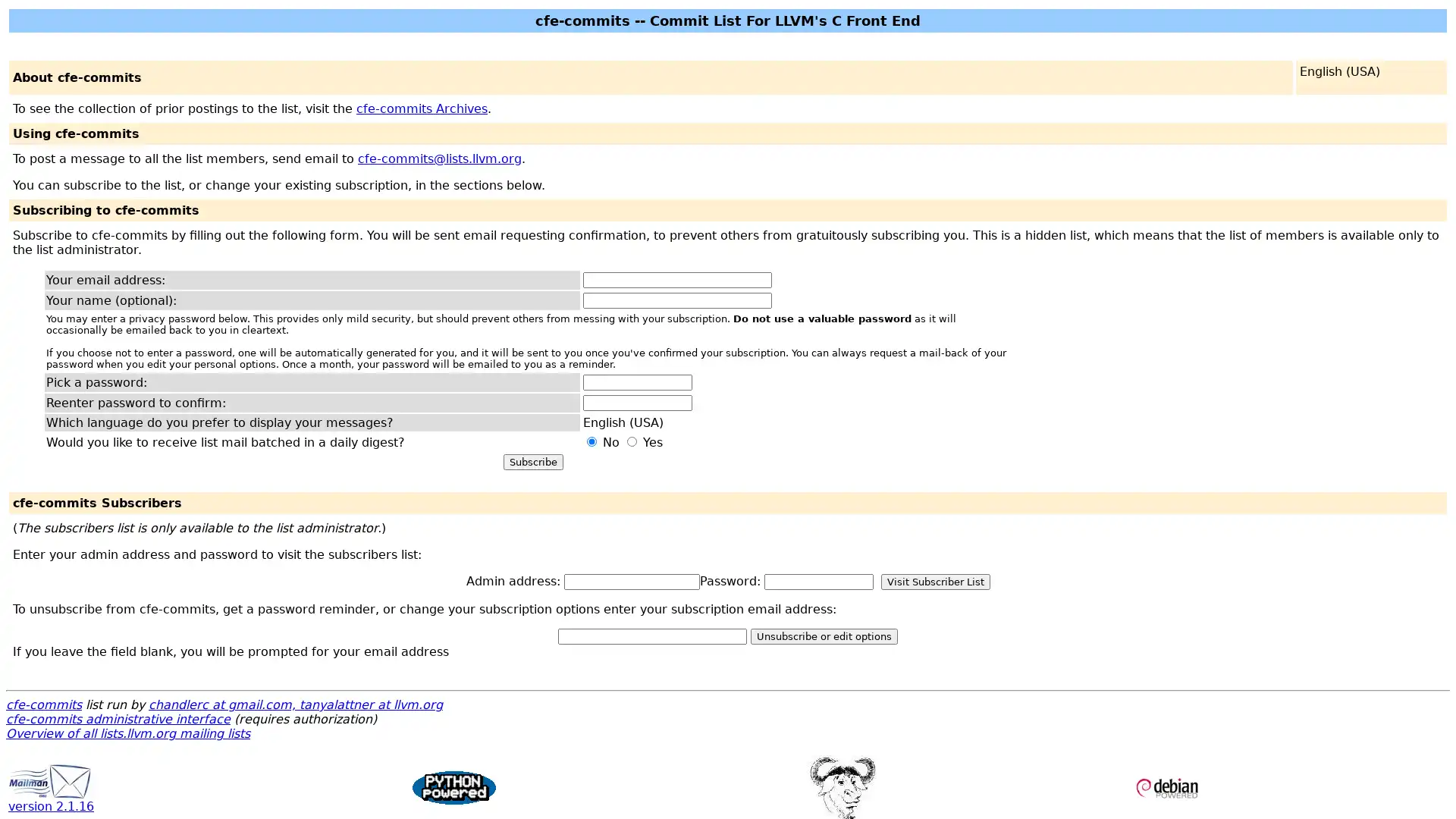 This screenshot has width=1456, height=819. I want to click on Visit Subscriber List, so click(934, 581).